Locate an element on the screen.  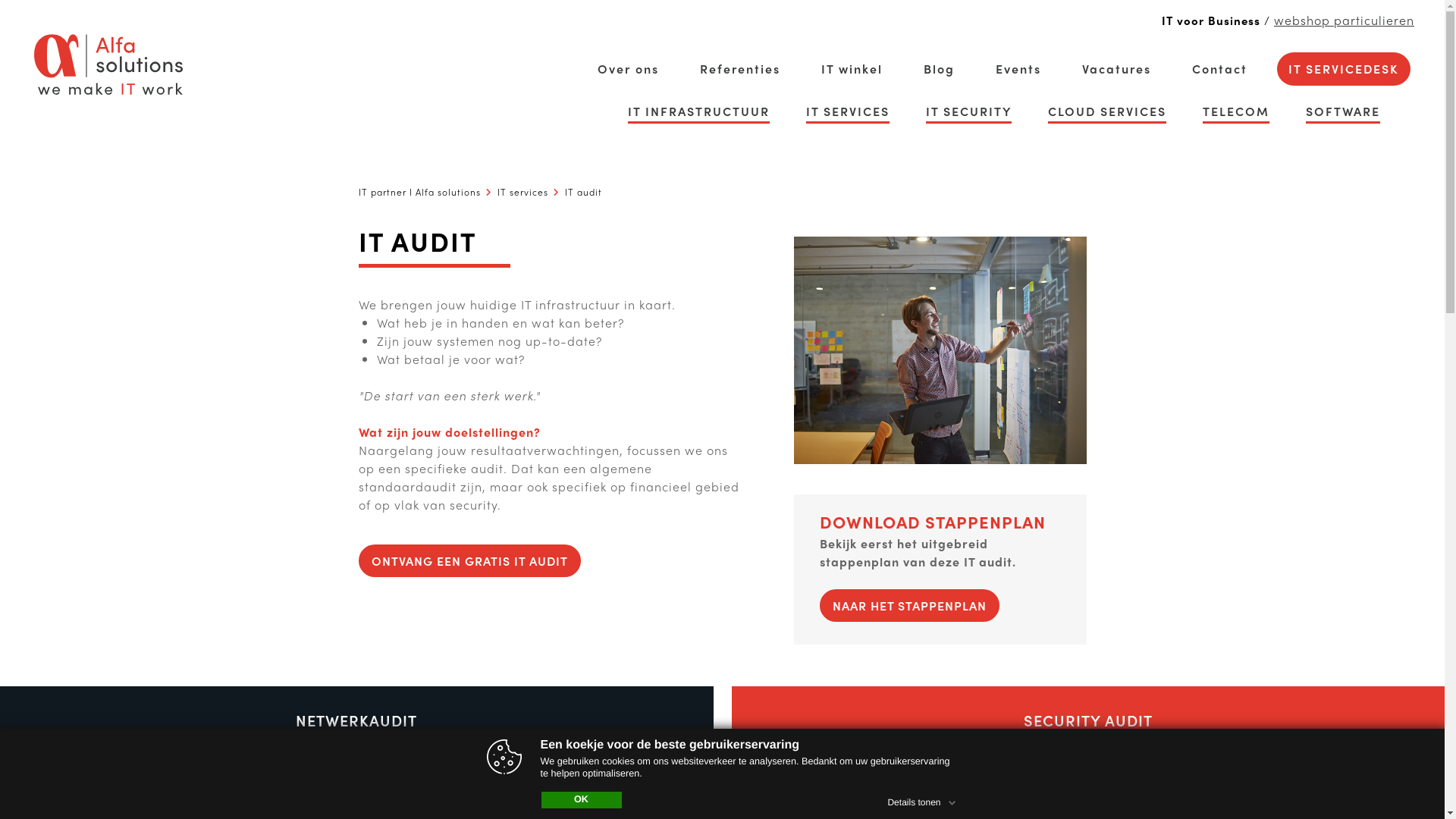
'IT AUDIT' is located at coordinates (938, 350).